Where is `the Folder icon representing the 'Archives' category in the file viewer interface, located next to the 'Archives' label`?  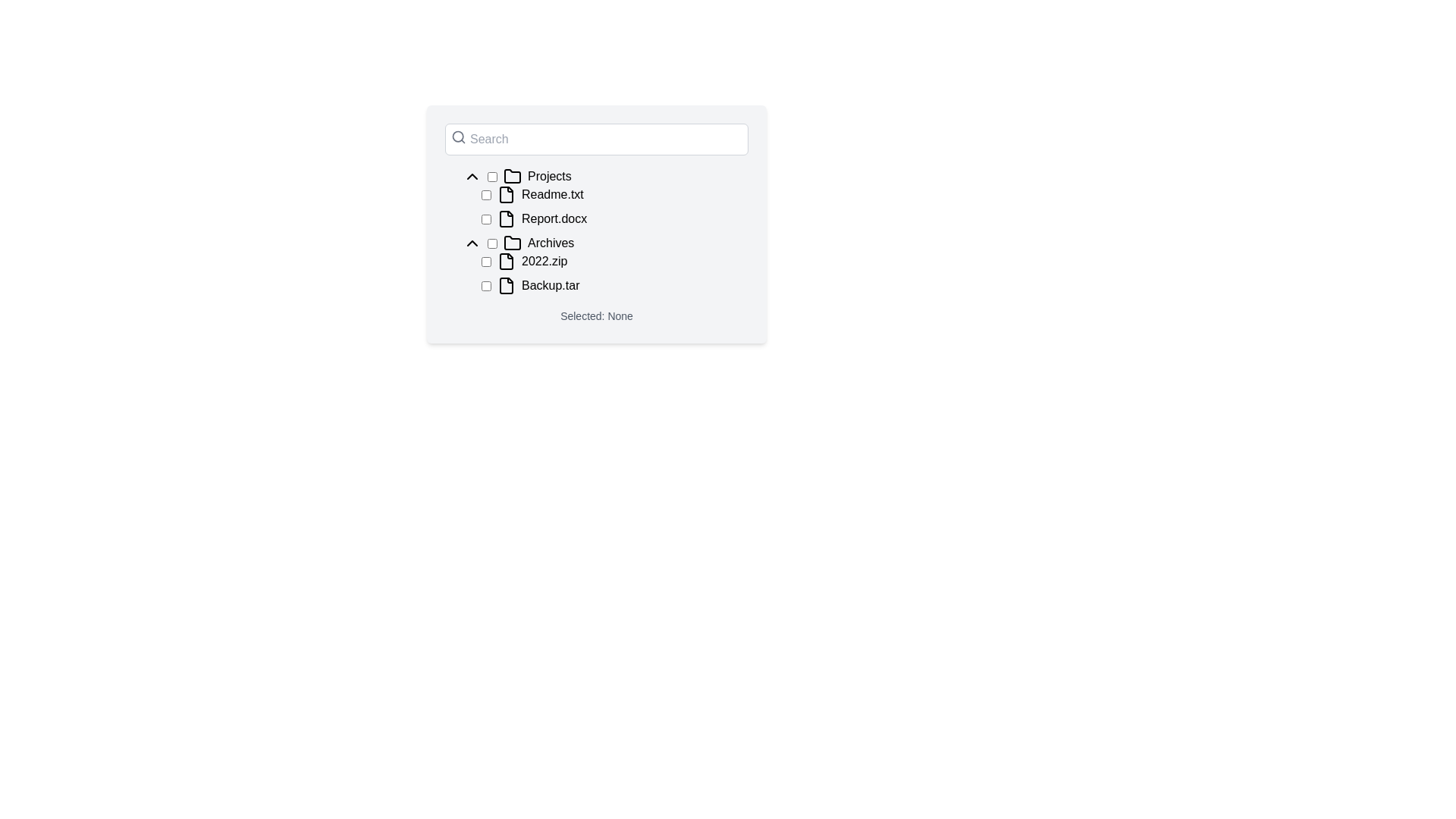 the Folder icon representing the 'Archives' category in the file viewer interface, located next to the 'Archives' label is located at coordinates (513, 242).